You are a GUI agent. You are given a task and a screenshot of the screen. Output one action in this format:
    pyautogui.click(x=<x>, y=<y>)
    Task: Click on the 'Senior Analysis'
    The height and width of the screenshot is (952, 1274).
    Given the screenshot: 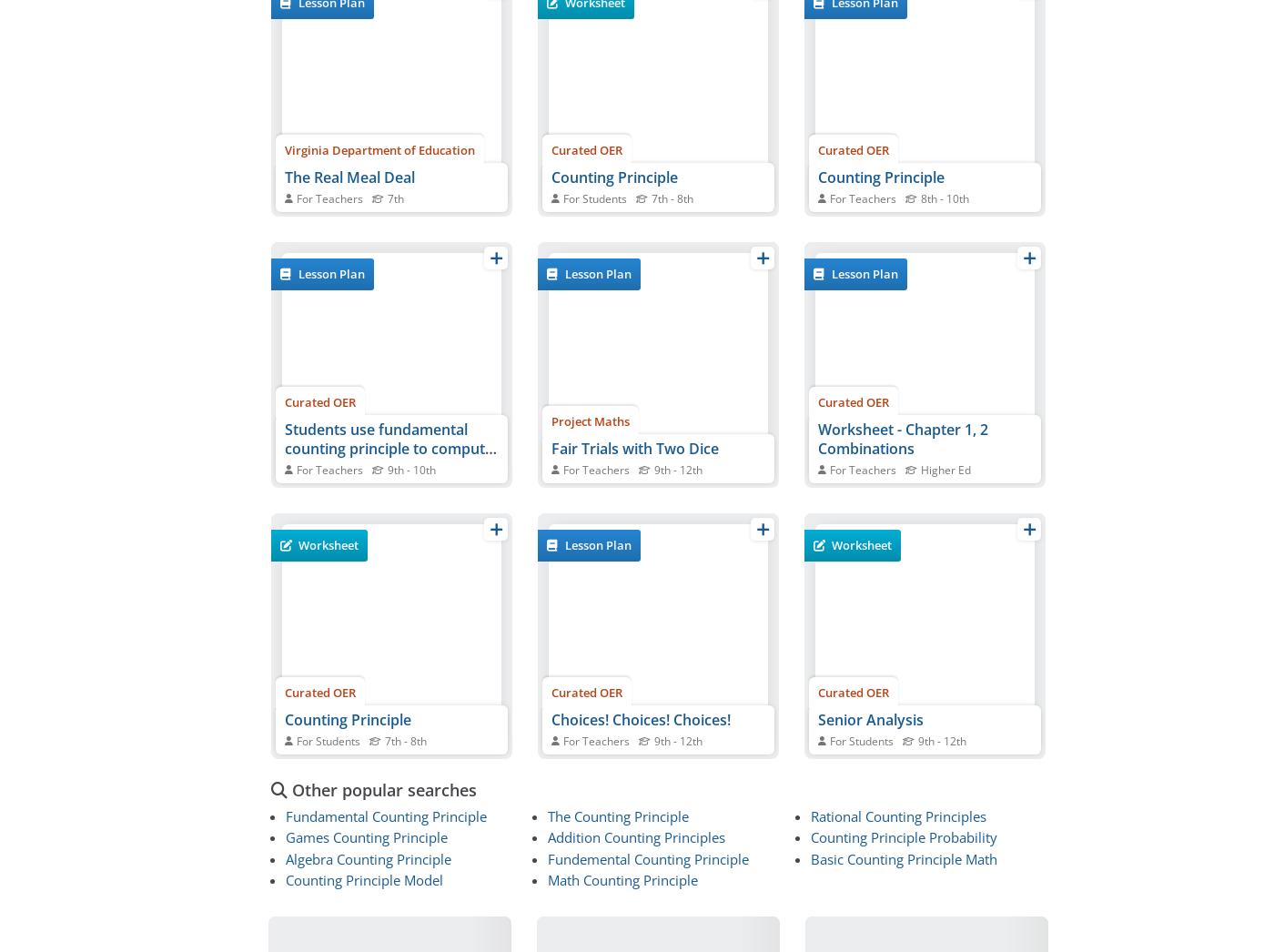 What is the action you would take?
    pyautogui.click(x=871, y=719)
    